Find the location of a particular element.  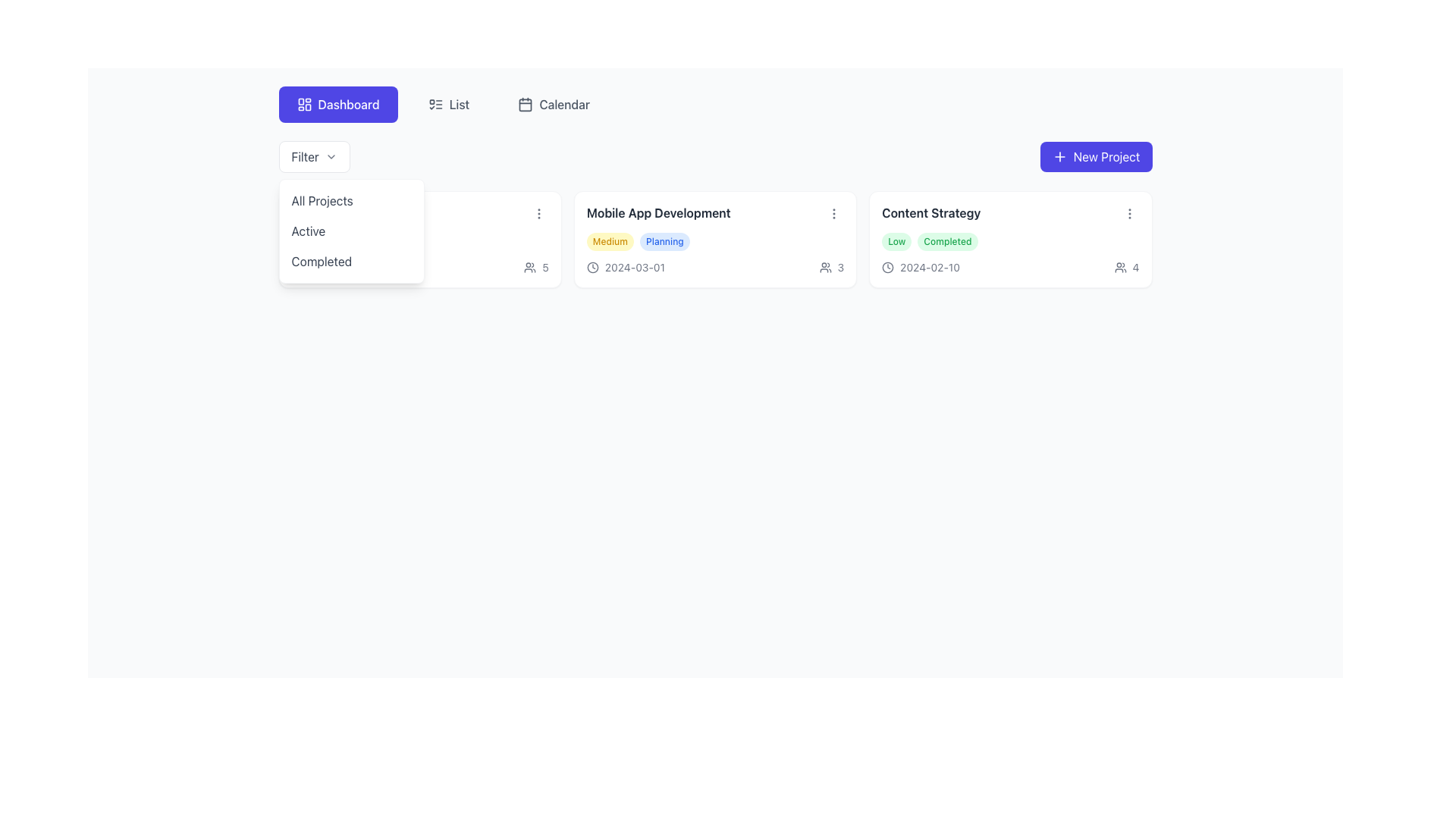

the clock face icon located to the left of the text '2024-03-01' is located at coordinates (591, 267).